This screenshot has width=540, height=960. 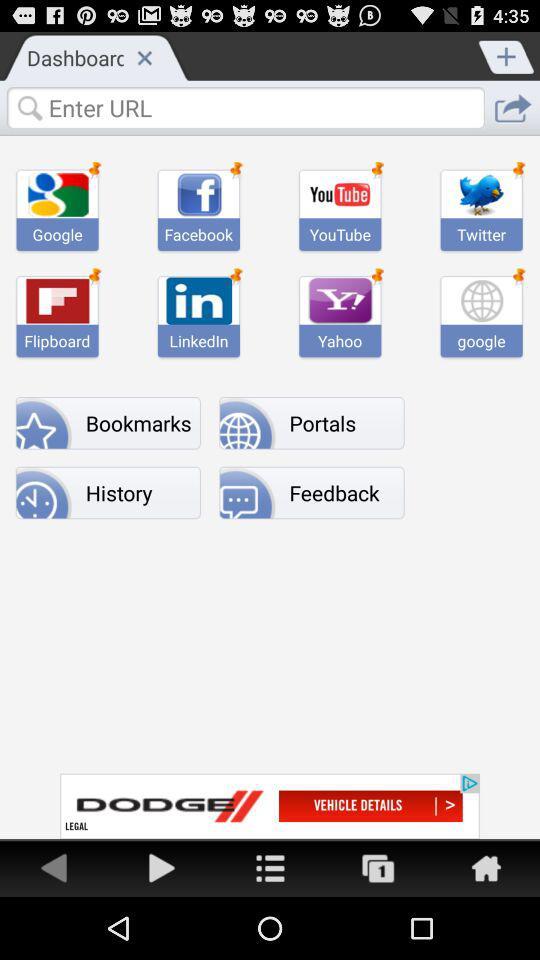 What do you see at coordinates (378, 866) in the screenshot?
I see `advertisement` at bounding box center [378, 866].